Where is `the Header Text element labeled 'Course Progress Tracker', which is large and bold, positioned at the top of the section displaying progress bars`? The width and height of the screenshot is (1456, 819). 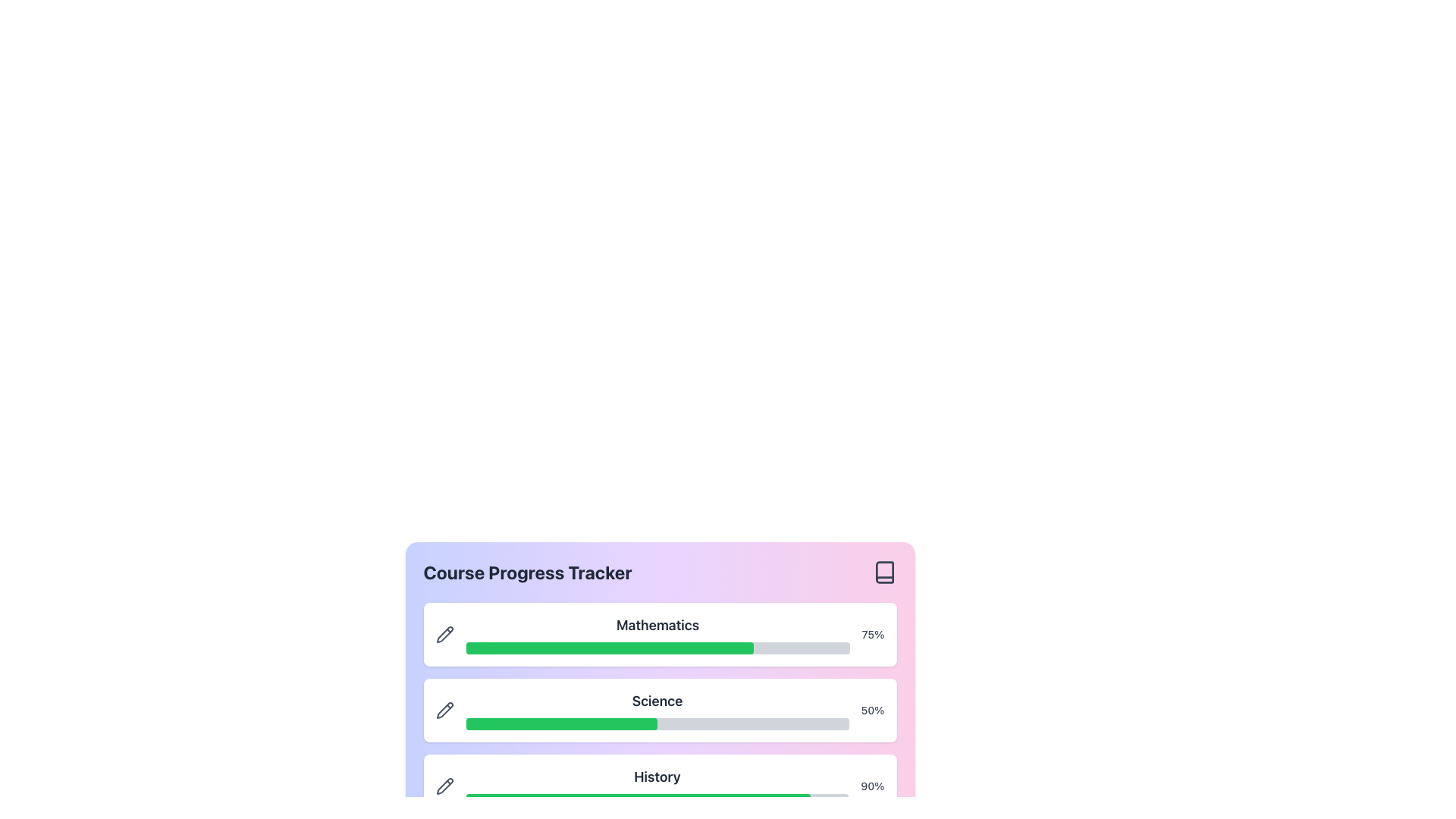
the Header Text element labeled 'Course Progress Tracker', which is large and bold, positioned at the top of the section displaying progress bars is located at coordinates (528, 573).